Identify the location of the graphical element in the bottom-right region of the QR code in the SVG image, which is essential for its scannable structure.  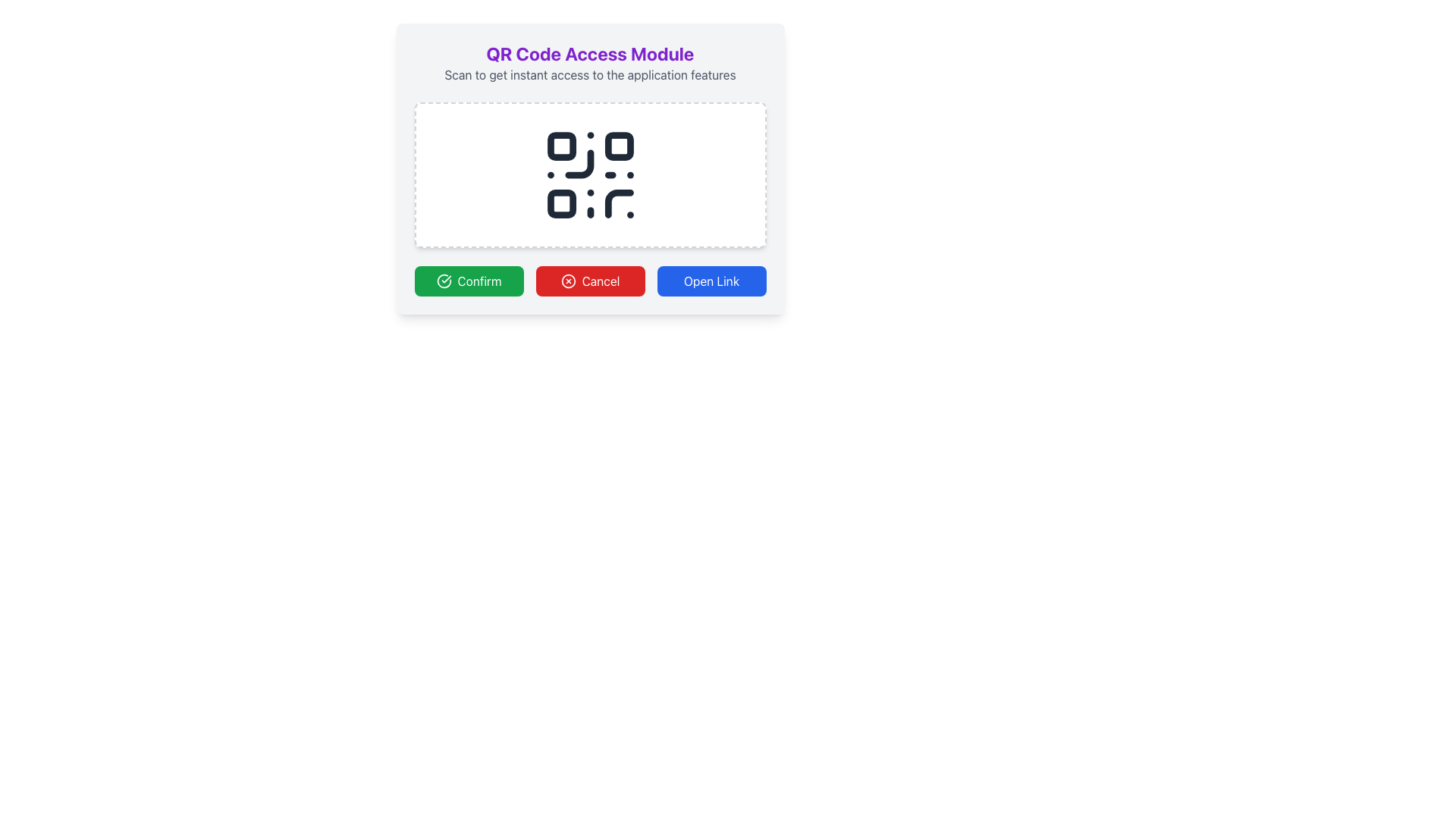
(619, 202).